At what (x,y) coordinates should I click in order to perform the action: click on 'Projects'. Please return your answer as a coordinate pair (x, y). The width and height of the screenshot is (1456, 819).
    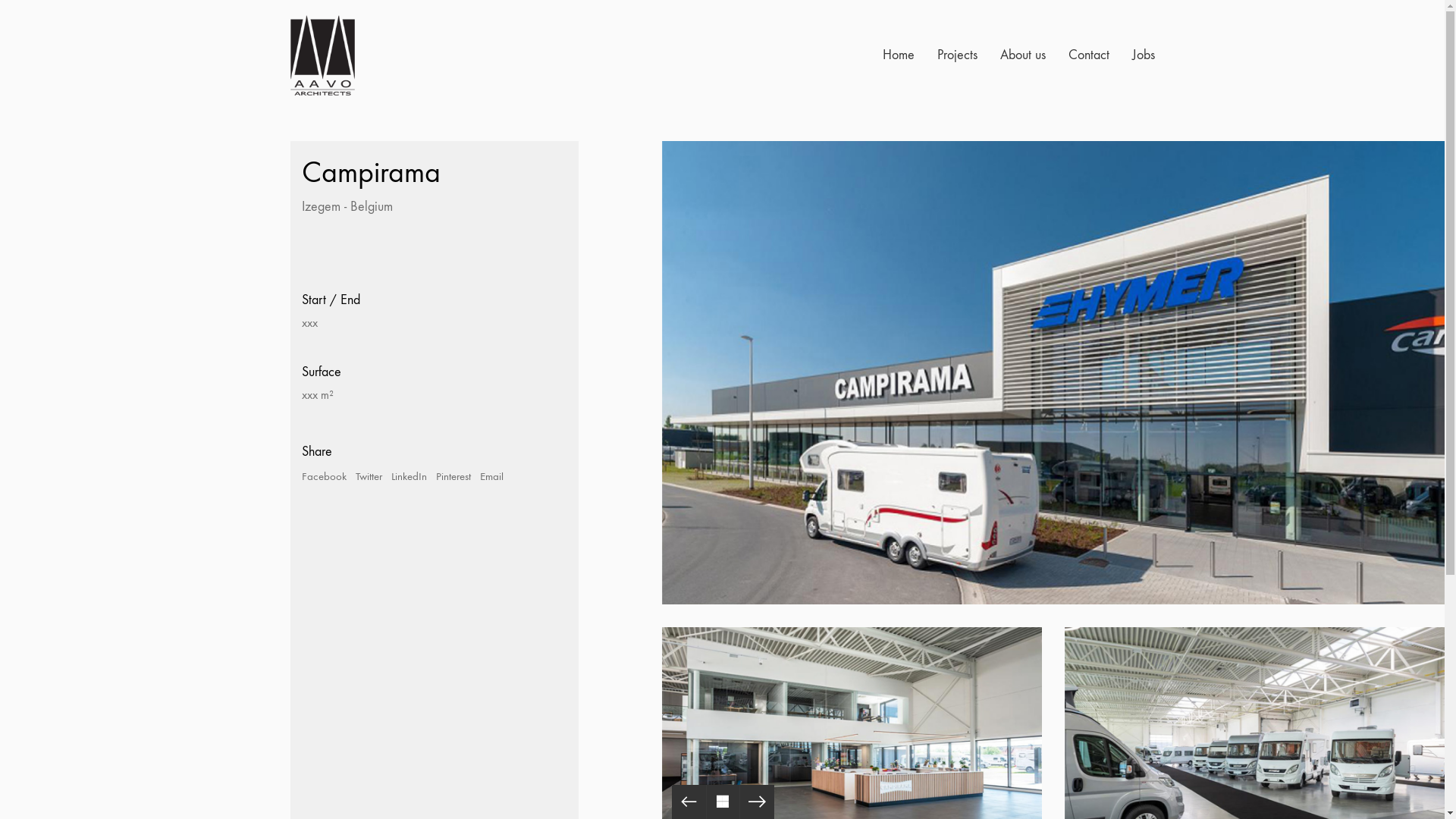
    Looking at the image, I should click on (956, 55).